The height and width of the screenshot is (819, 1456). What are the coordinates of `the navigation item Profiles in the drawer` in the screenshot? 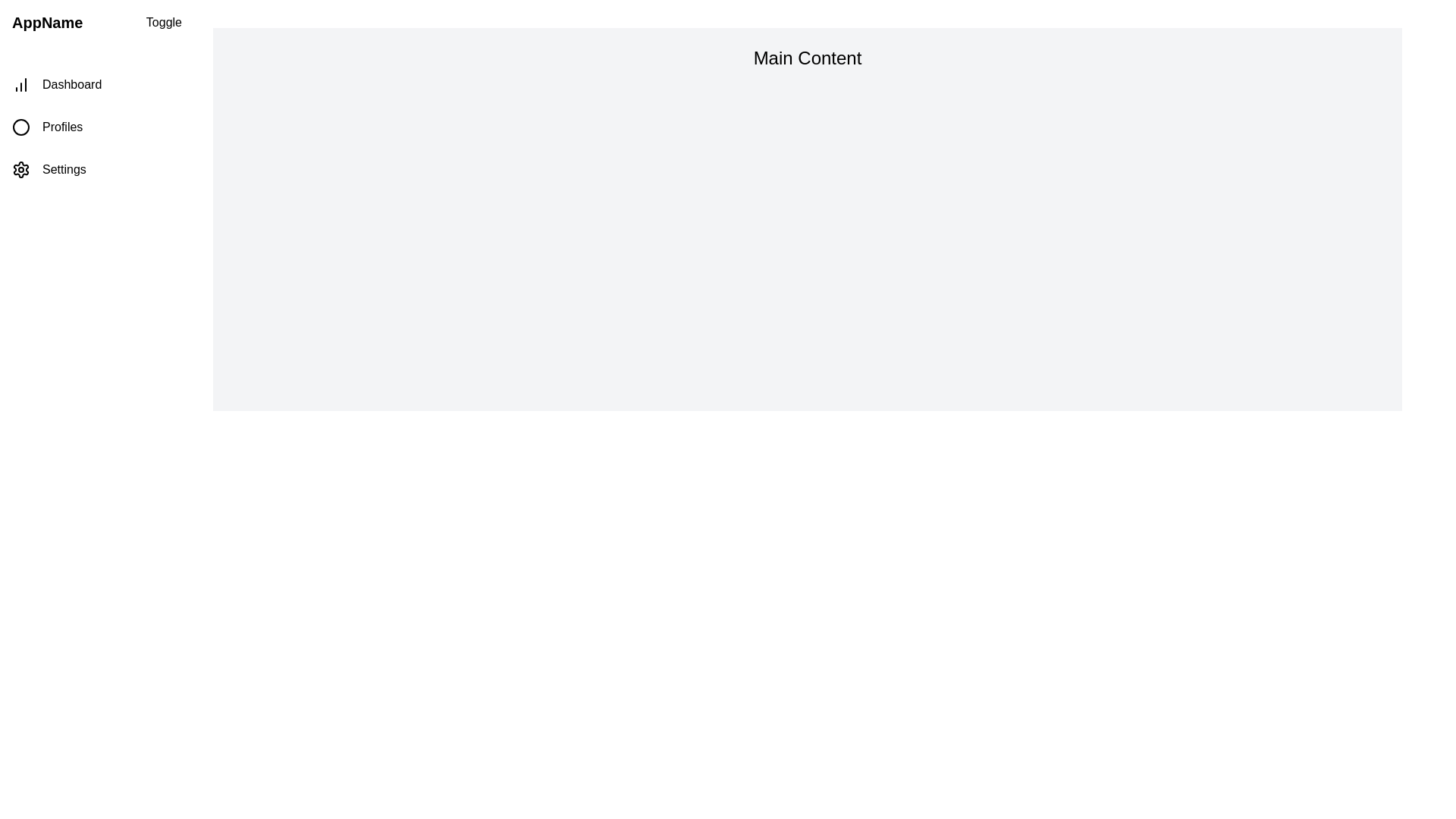 It's located at (96, 127).